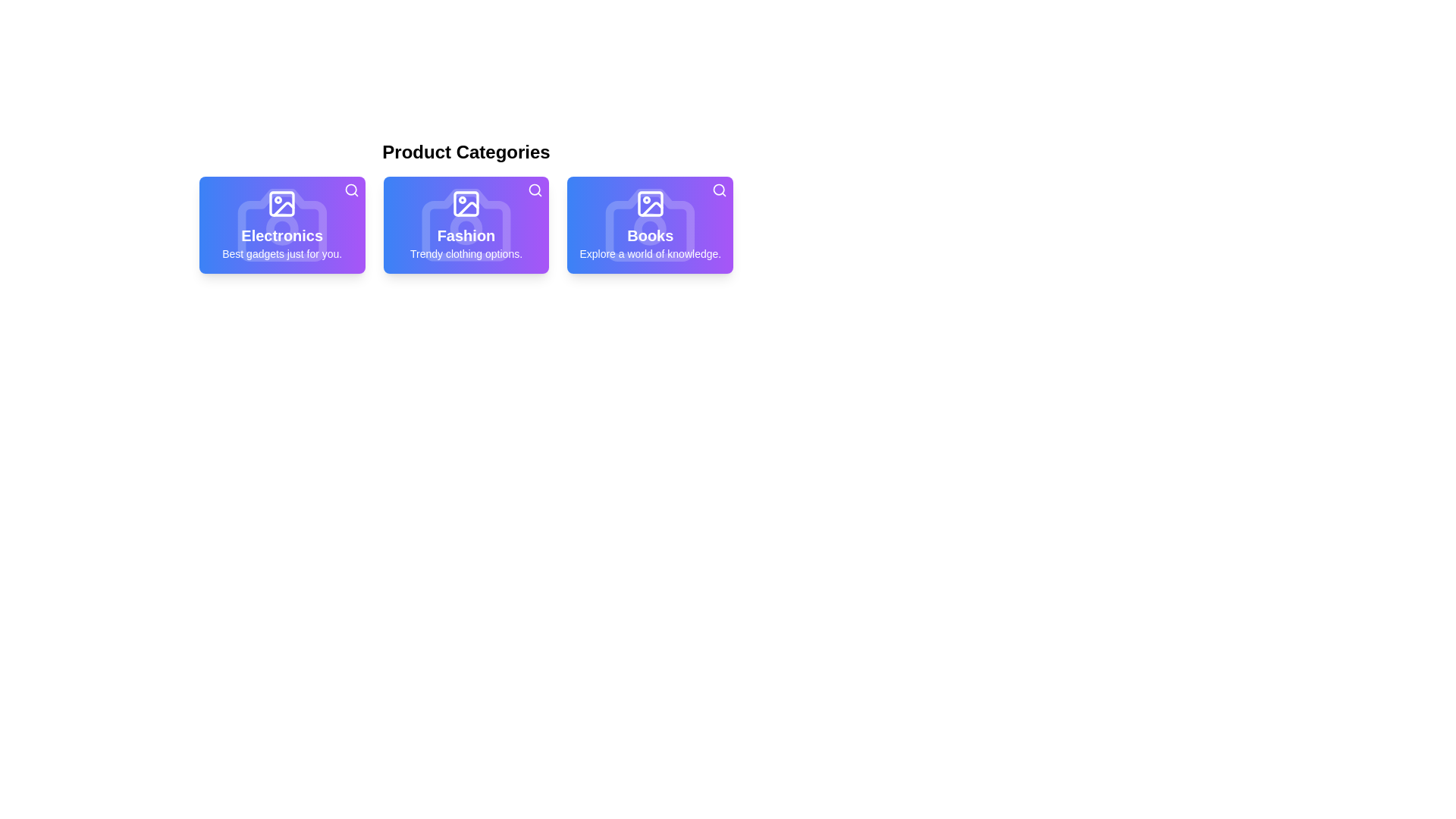 The height and width of the screenshot is (819, 1456). Describe the element at coordinates (465, 253) in the screenshot. I see `the second text label under the 'Fashion' category which provides additional information about Fashion` at that location.